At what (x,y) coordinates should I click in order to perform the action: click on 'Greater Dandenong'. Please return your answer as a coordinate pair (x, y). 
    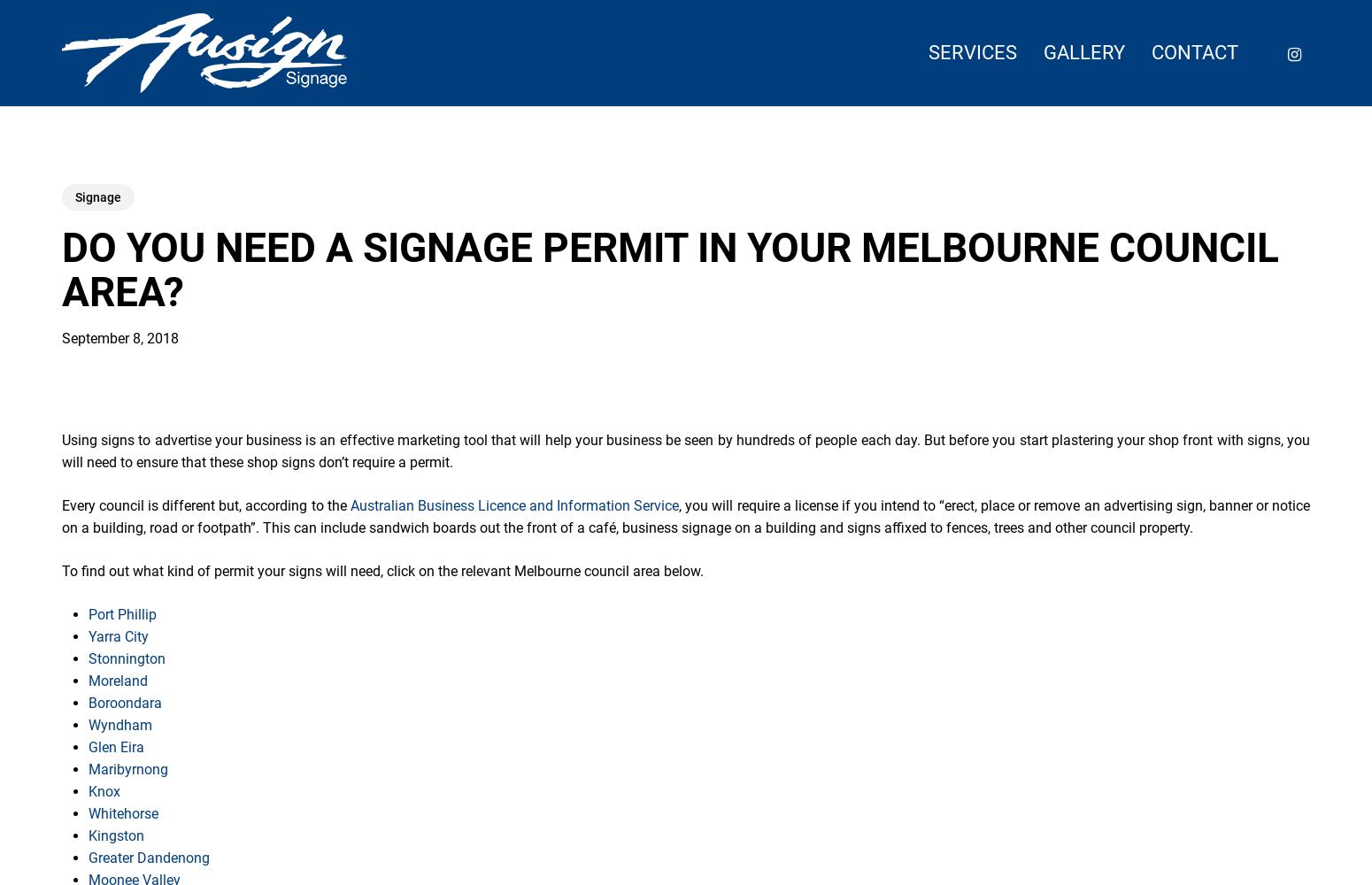
    Looking at the image, I should click on (148, 857).